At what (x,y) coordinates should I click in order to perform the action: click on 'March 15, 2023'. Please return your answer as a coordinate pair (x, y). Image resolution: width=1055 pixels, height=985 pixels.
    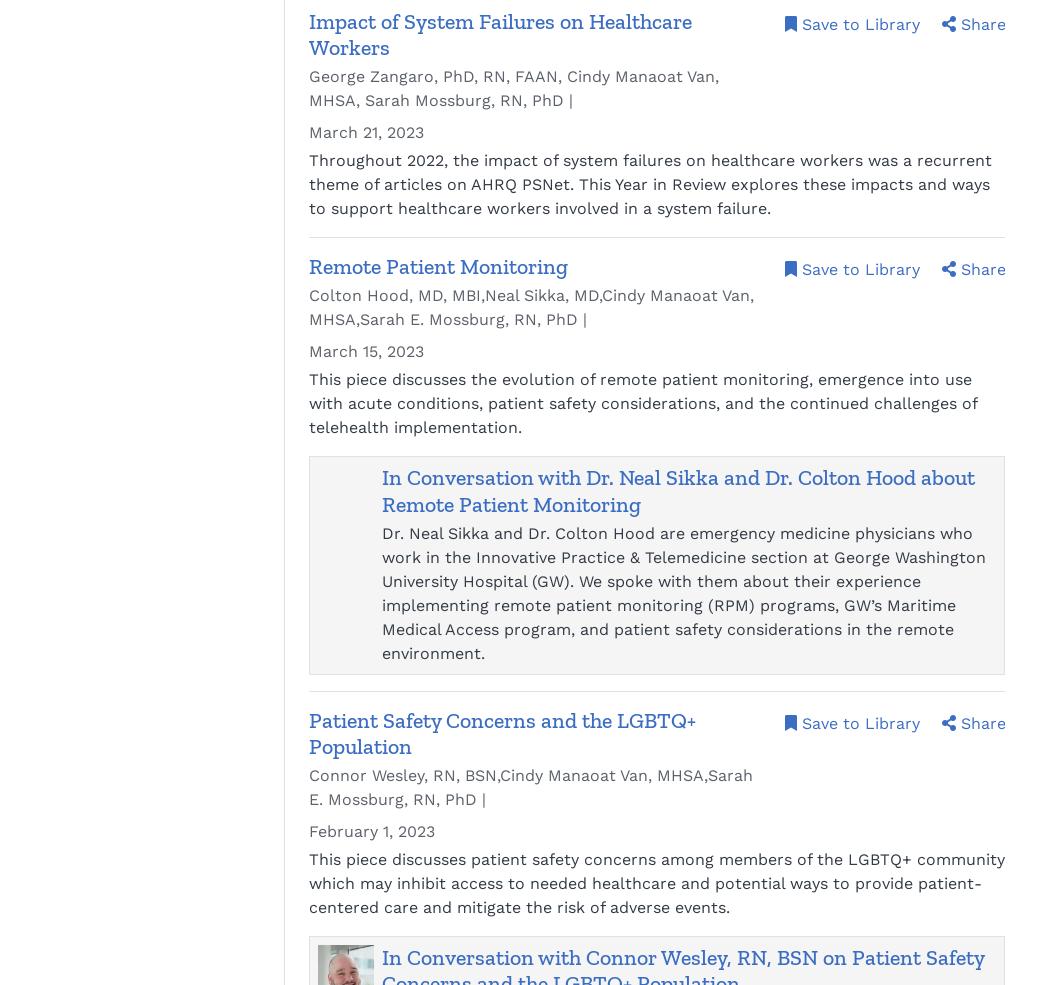
    Looking at the image, I should click on (366, 351).